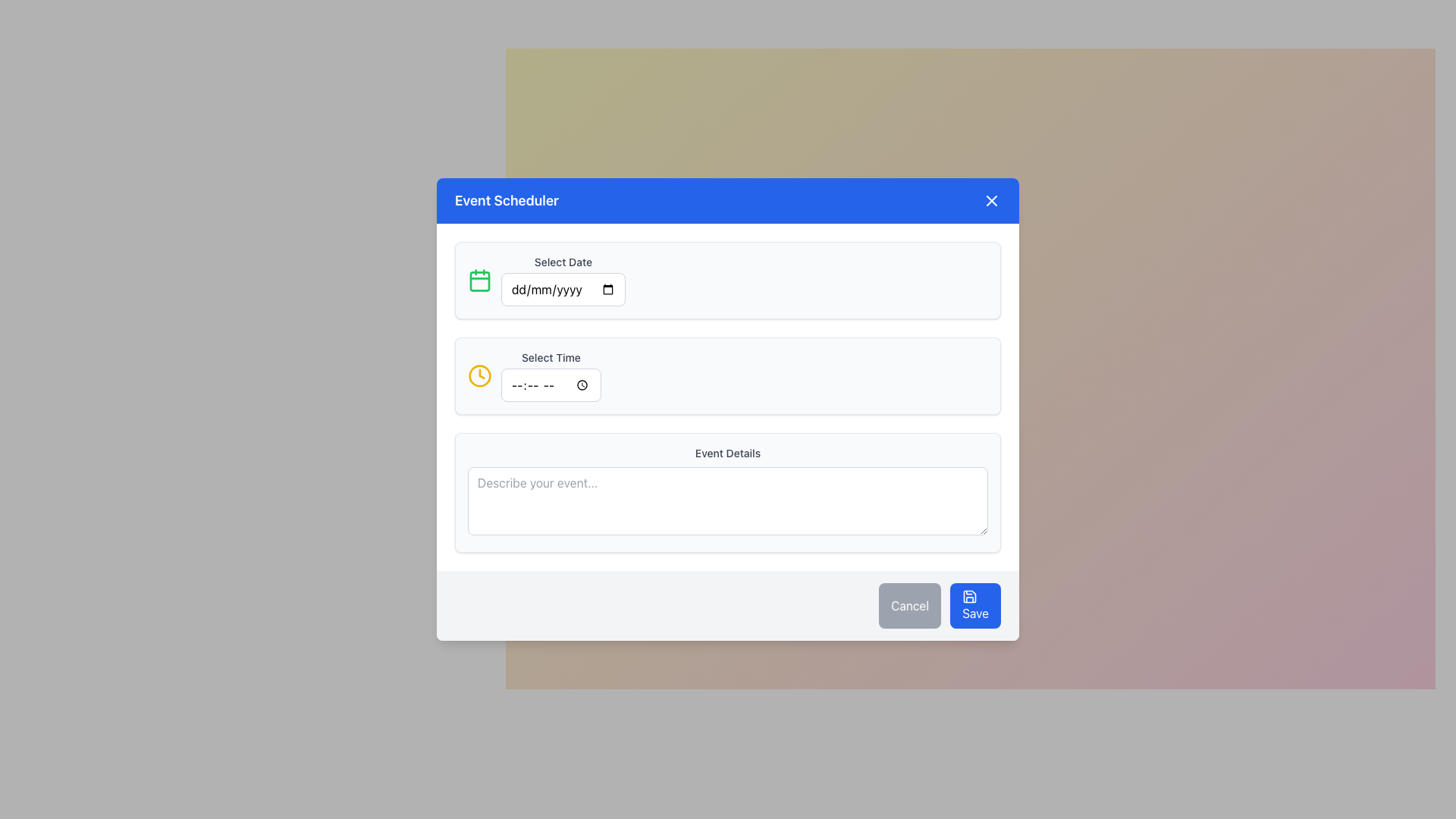 The image size is (1456, 819). Describe the element at coordinates (550, 375) in the screenshot. I see `a time from the dropdown or clock interface of the Time Input Widget labeled 'Select Time', located in the central portion of the interface` at that location.